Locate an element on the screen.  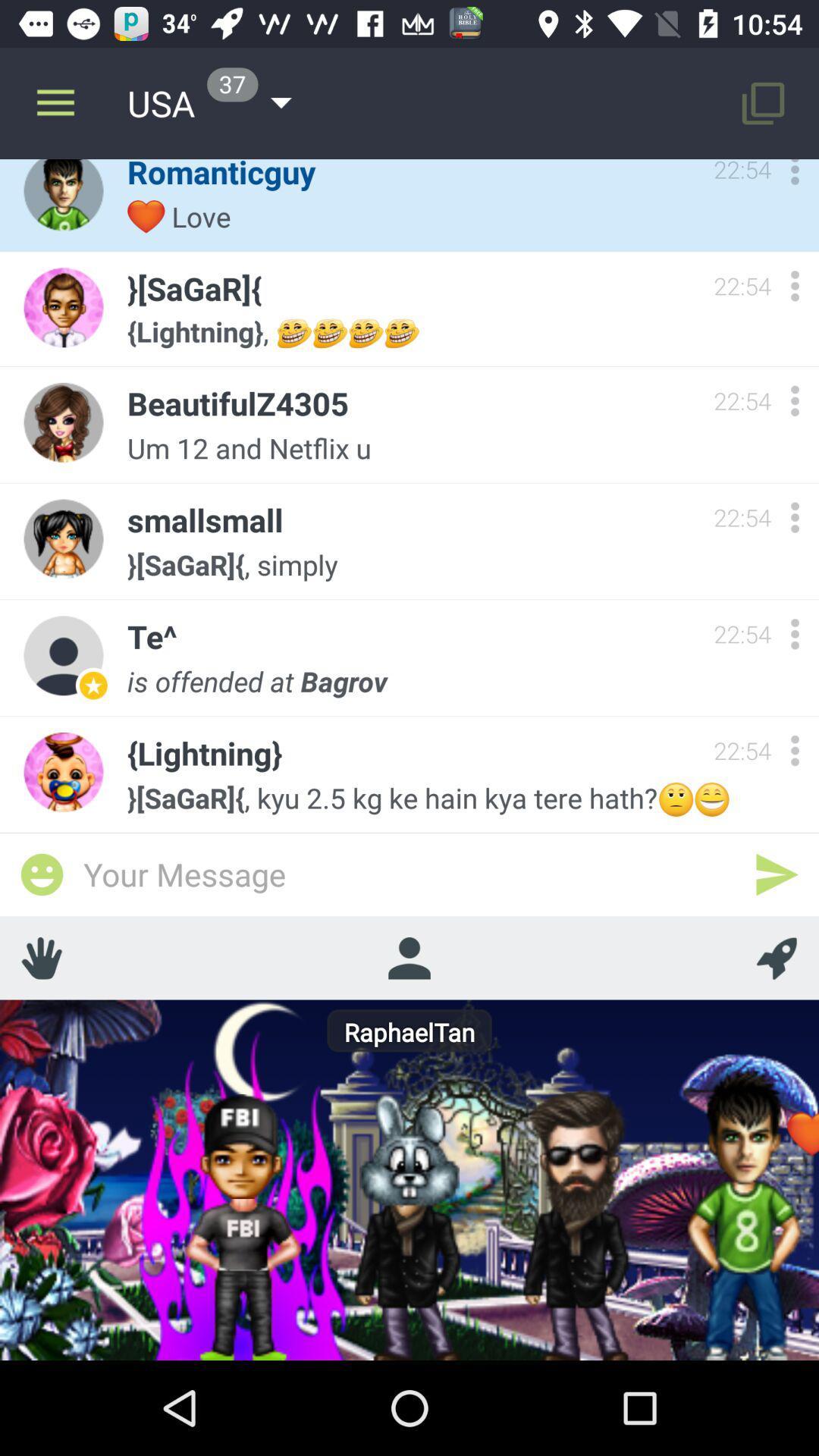
item to the left of the romanticguy icon is located at coordinates (55, 102).